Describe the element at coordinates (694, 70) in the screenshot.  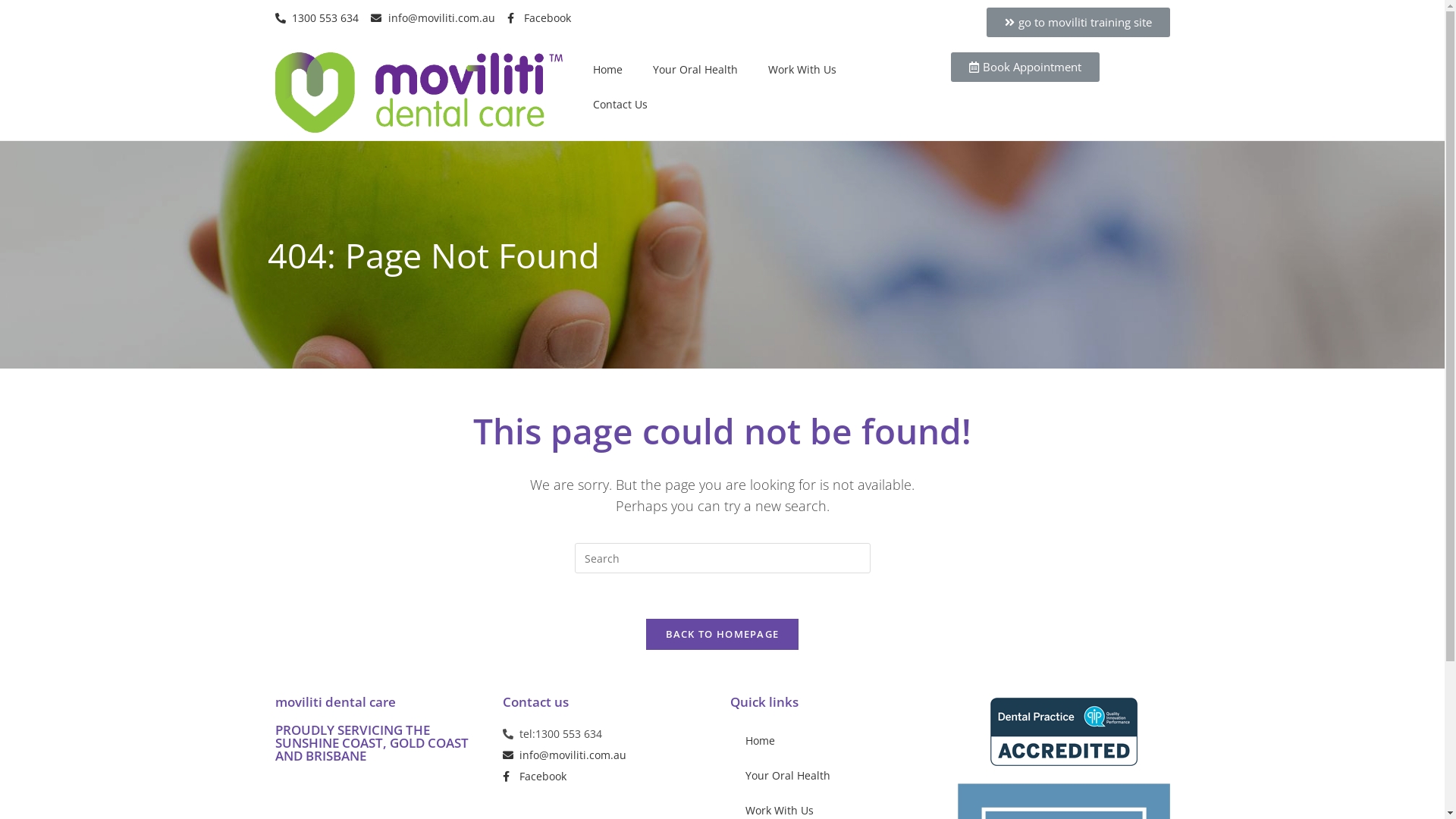
I see `'Your Oral Health'` at that location.